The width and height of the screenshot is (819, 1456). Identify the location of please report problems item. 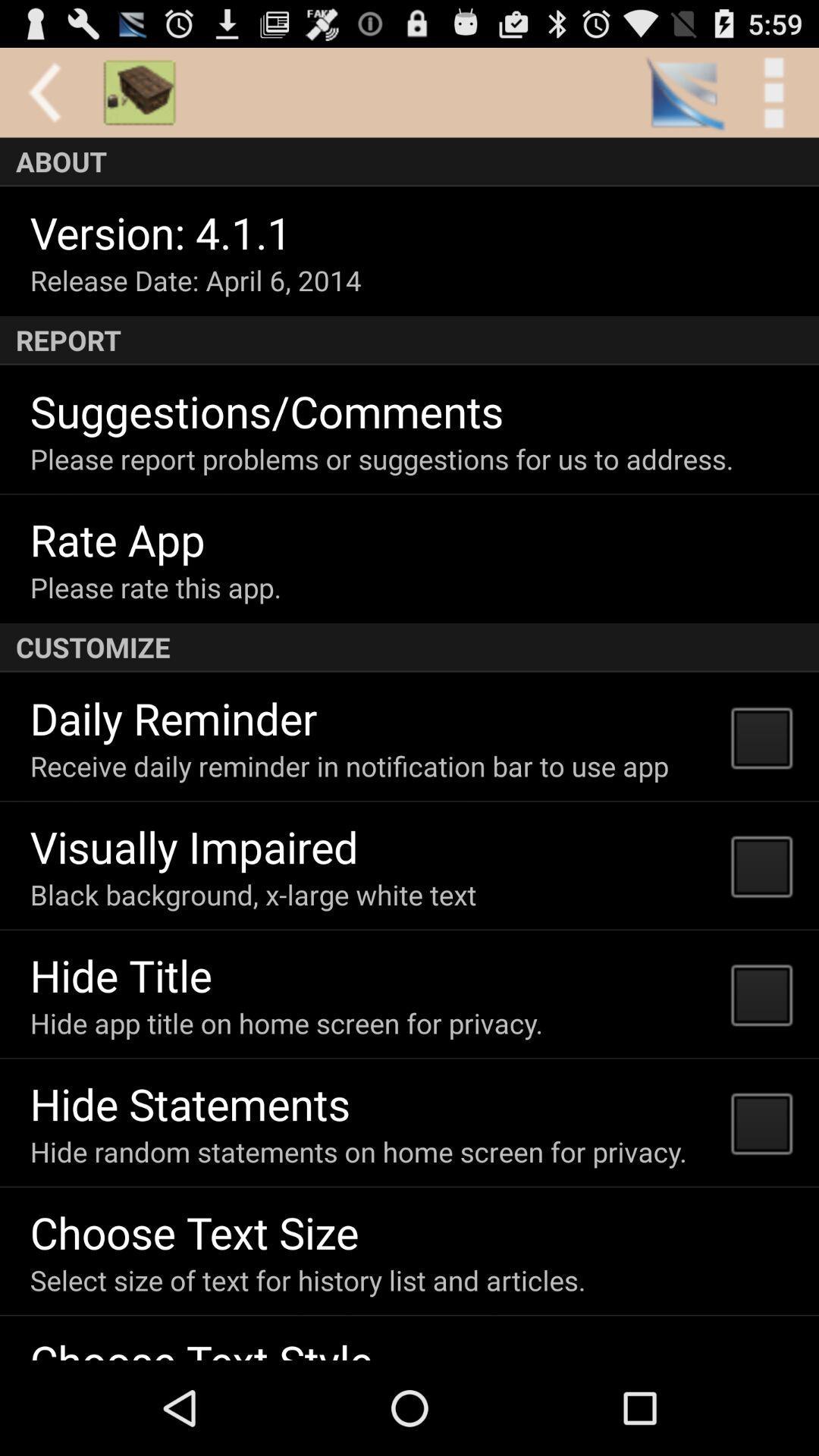
(381, 458).